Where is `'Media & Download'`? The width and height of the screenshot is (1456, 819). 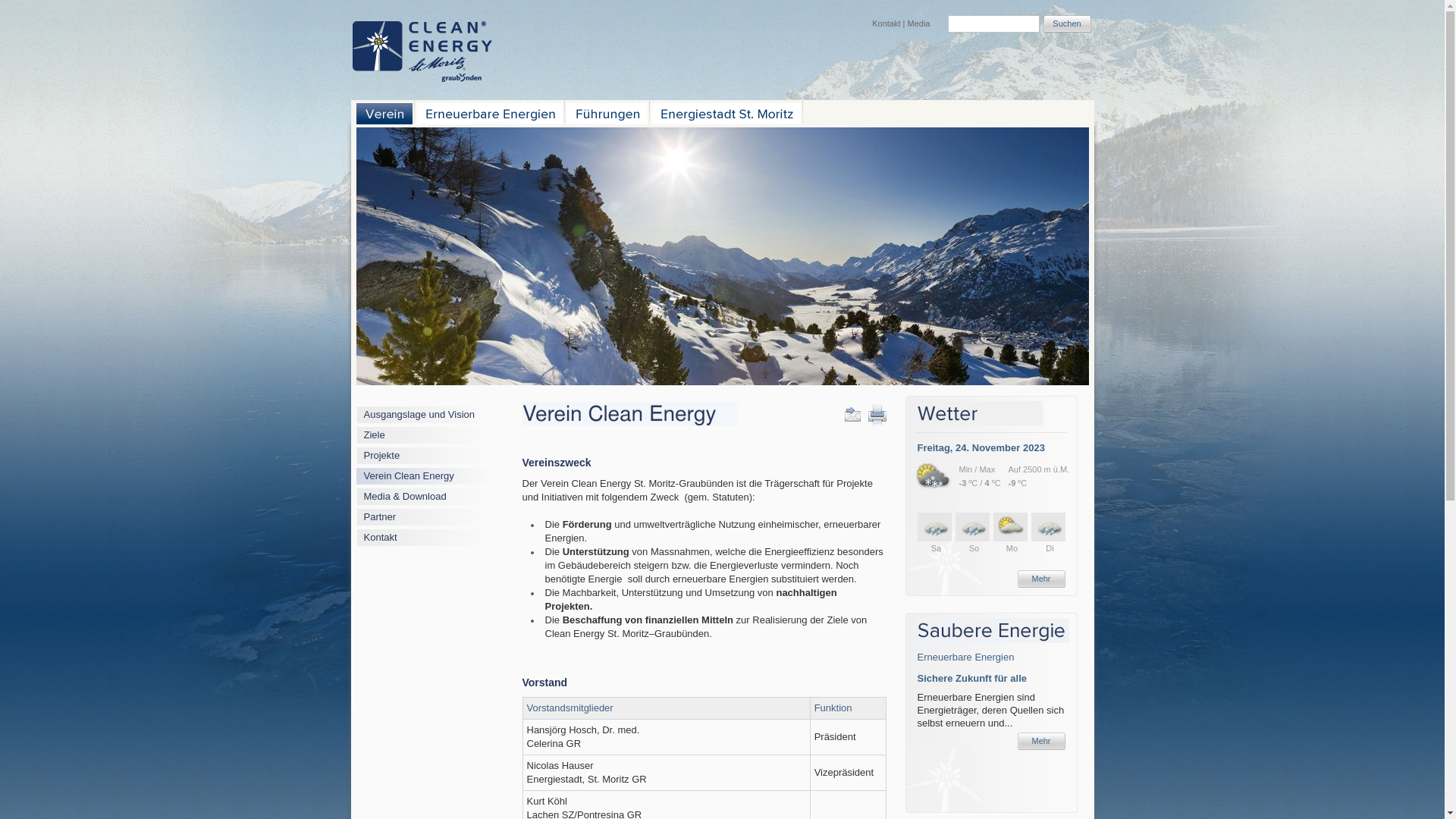 'Media & Download' is located at coordinates (405, 496).